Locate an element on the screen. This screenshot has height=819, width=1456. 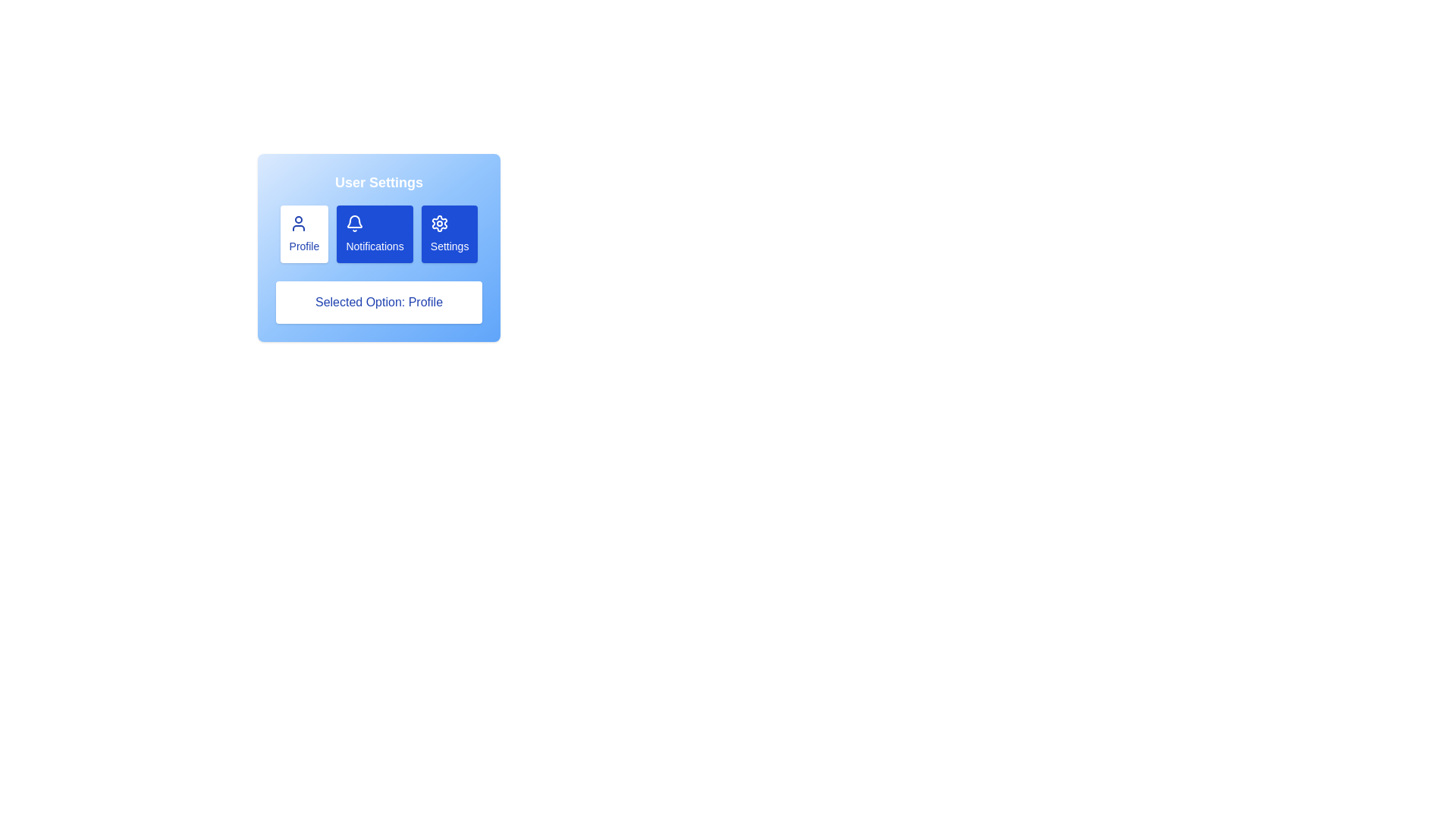
the section Profile by clicking the corresponding button is located at coordinates (303, 234).